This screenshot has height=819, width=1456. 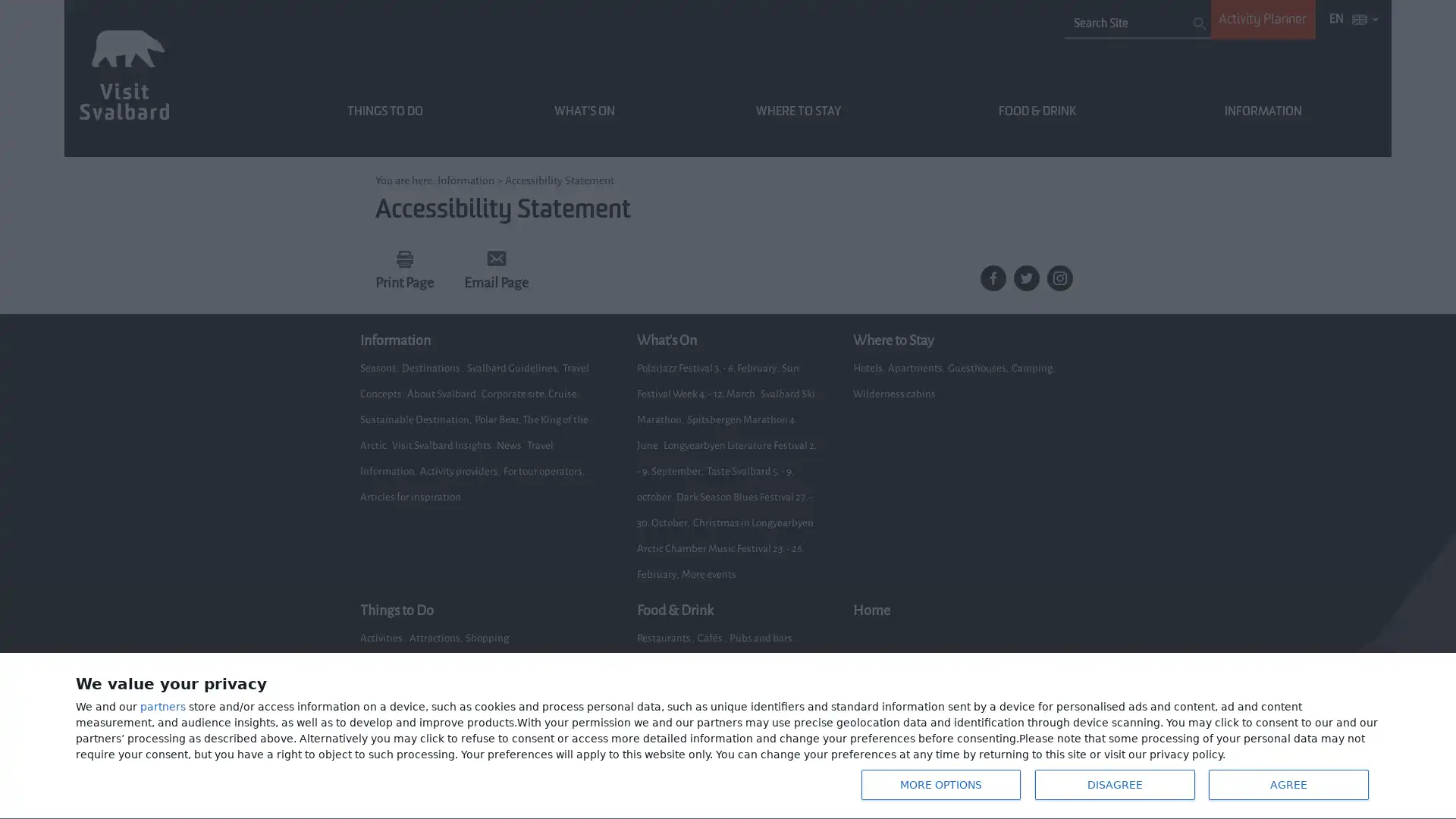 I want to click on MORE OPTIONS, so click(x=938, y=784).